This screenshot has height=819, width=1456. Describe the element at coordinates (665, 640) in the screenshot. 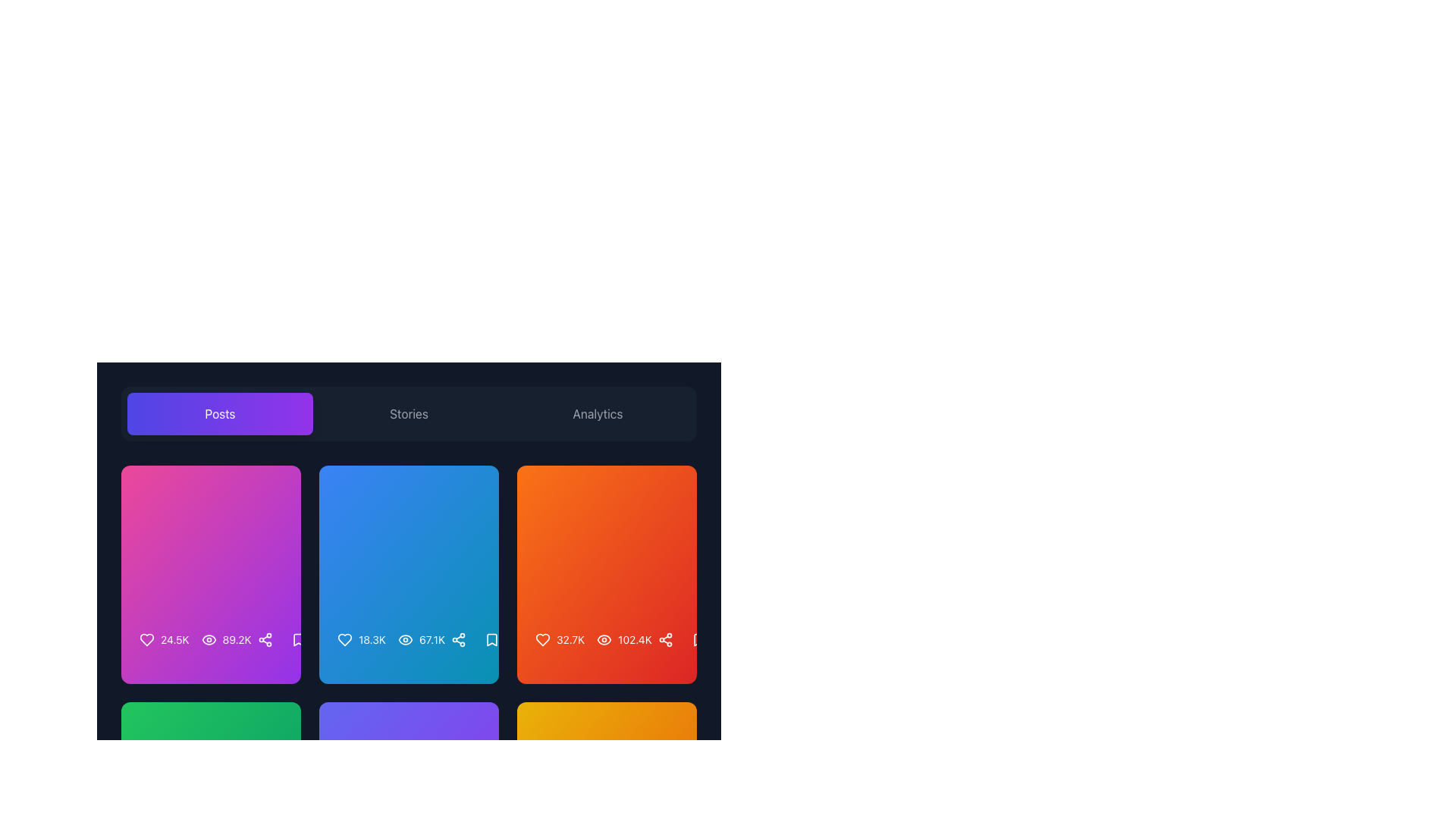

I see `the share icon, which is a white icon composed of three small circles connected by two lines, located in the bottom right corner of the orange card on the second row, adjacent to heart, eye, and bookmark icons` at that location.